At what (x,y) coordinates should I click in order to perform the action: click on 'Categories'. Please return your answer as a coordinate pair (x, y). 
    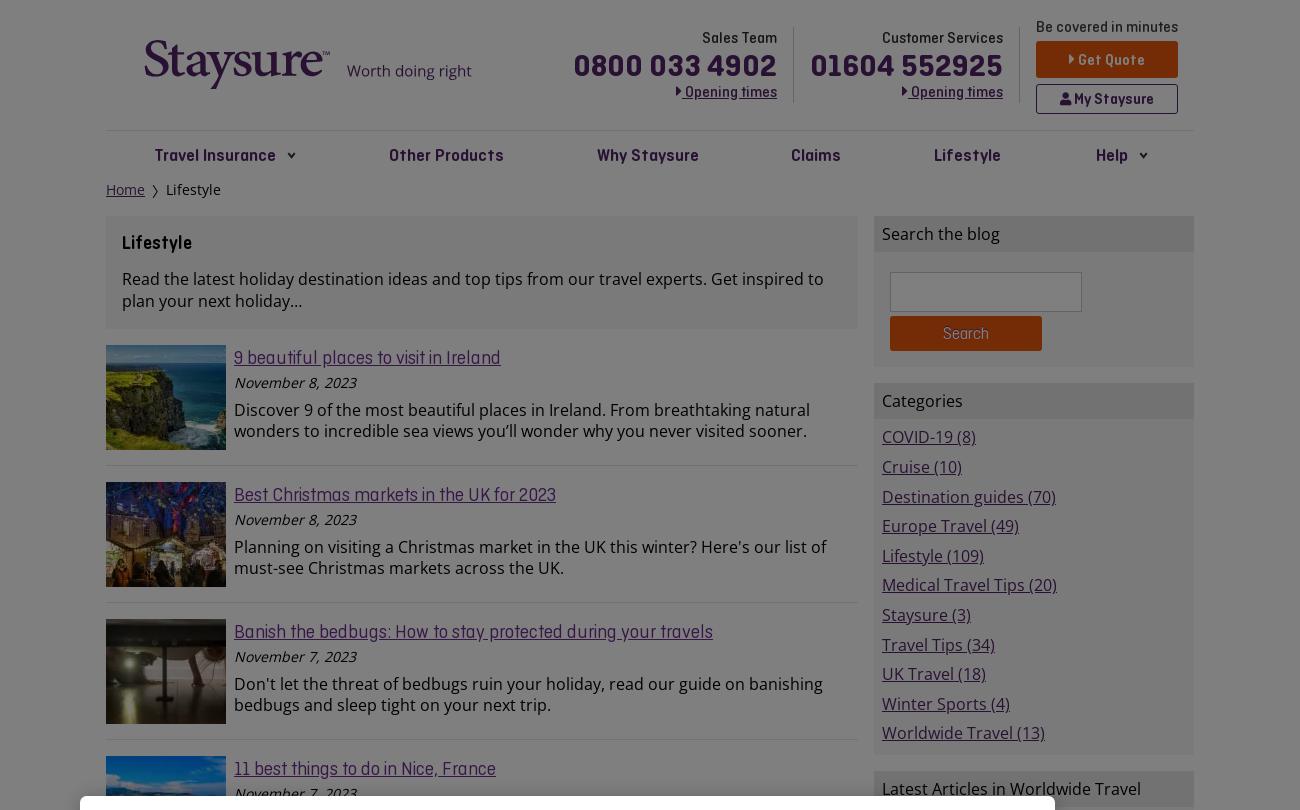
    Looking at the image, I should click on (922, 400).